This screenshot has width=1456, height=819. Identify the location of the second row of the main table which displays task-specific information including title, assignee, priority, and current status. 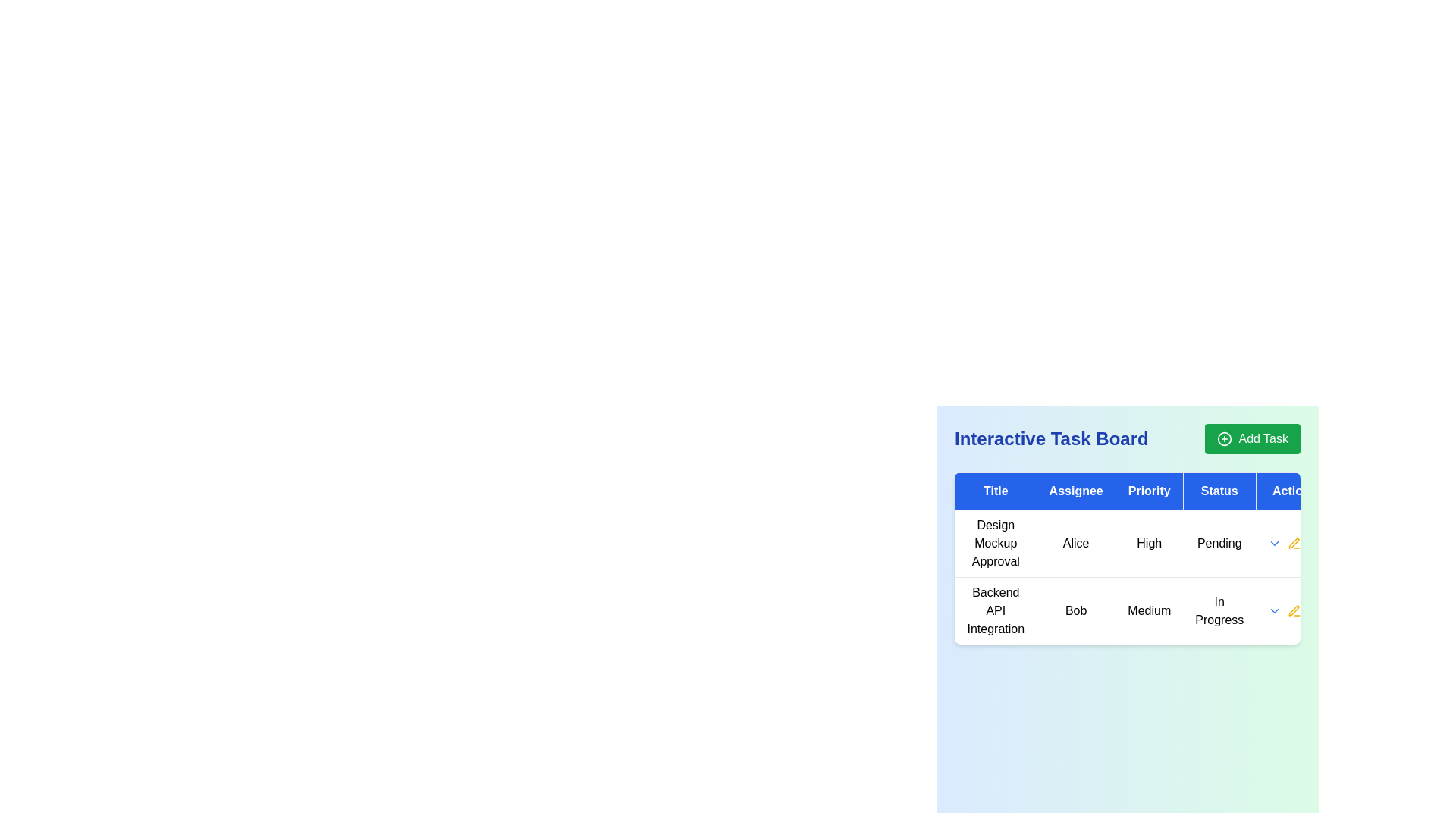
(1144, 610).